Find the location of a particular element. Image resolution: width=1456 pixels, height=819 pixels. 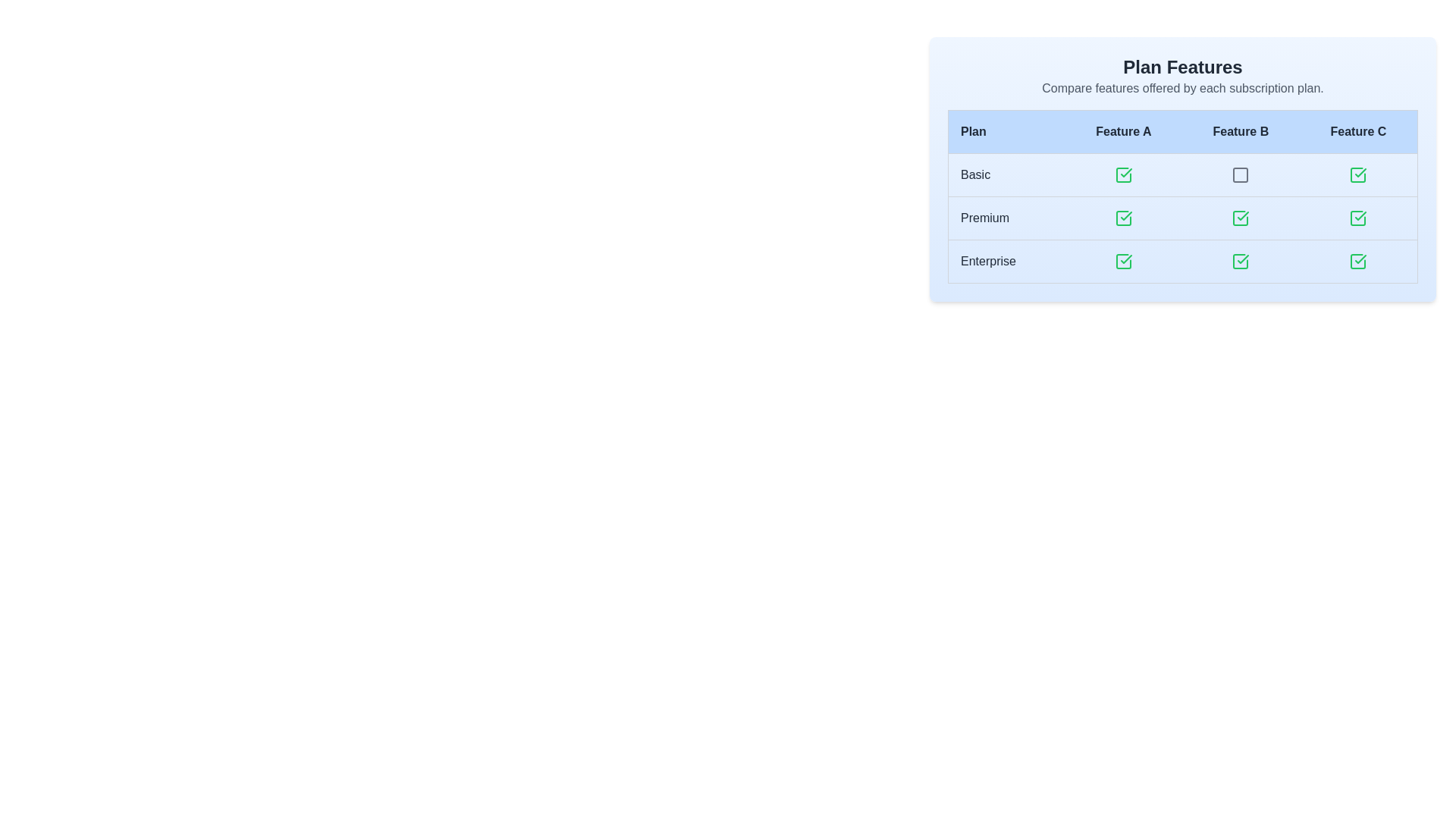

the 'Feature B' icon in the Premium plan row is located at coordinates (1241, 218).